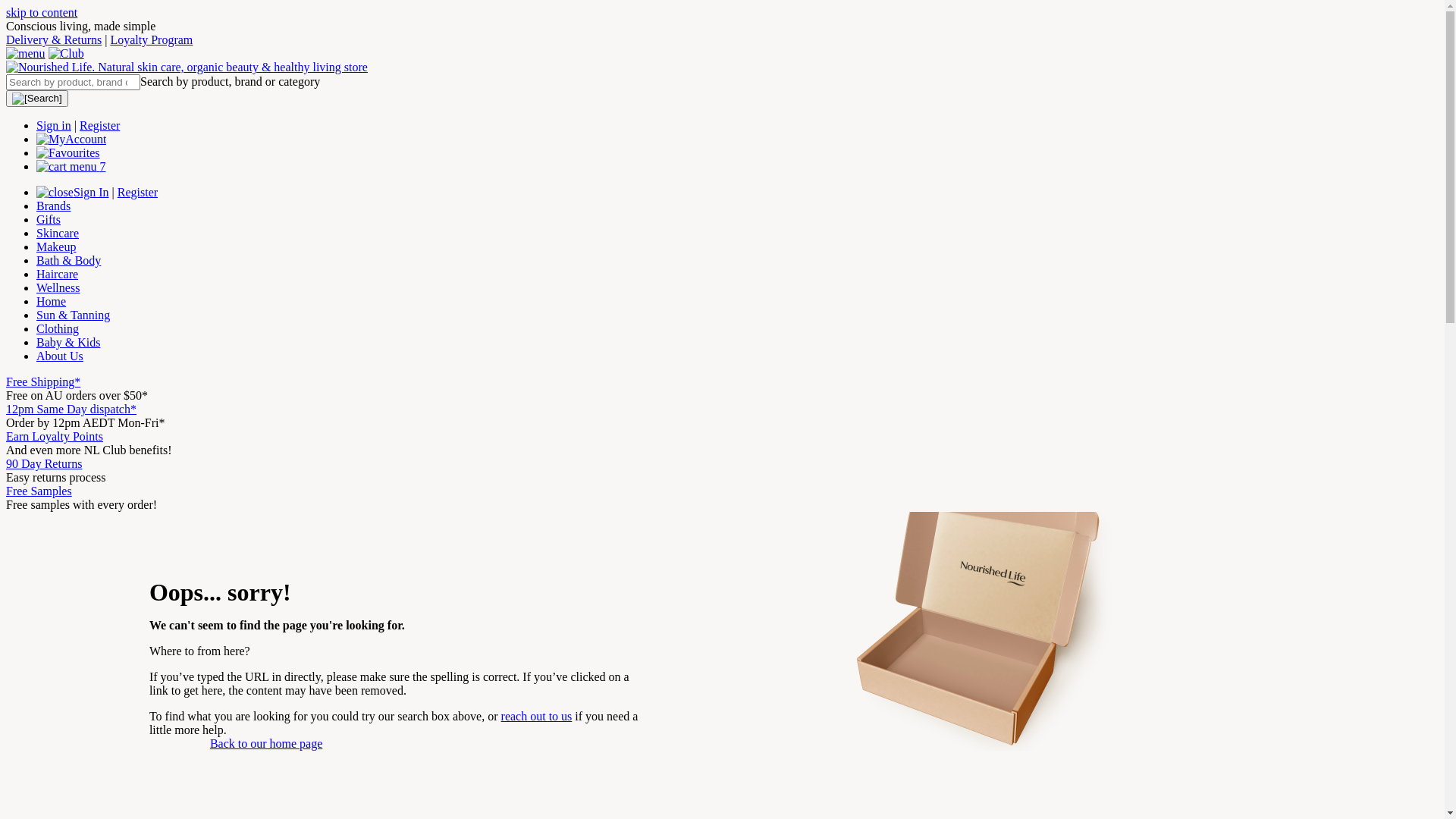 Image resolution: width=1456 pixels, height=819 pixels. I want to click on '12pm Same Day dispatch*', so click(71, 408).